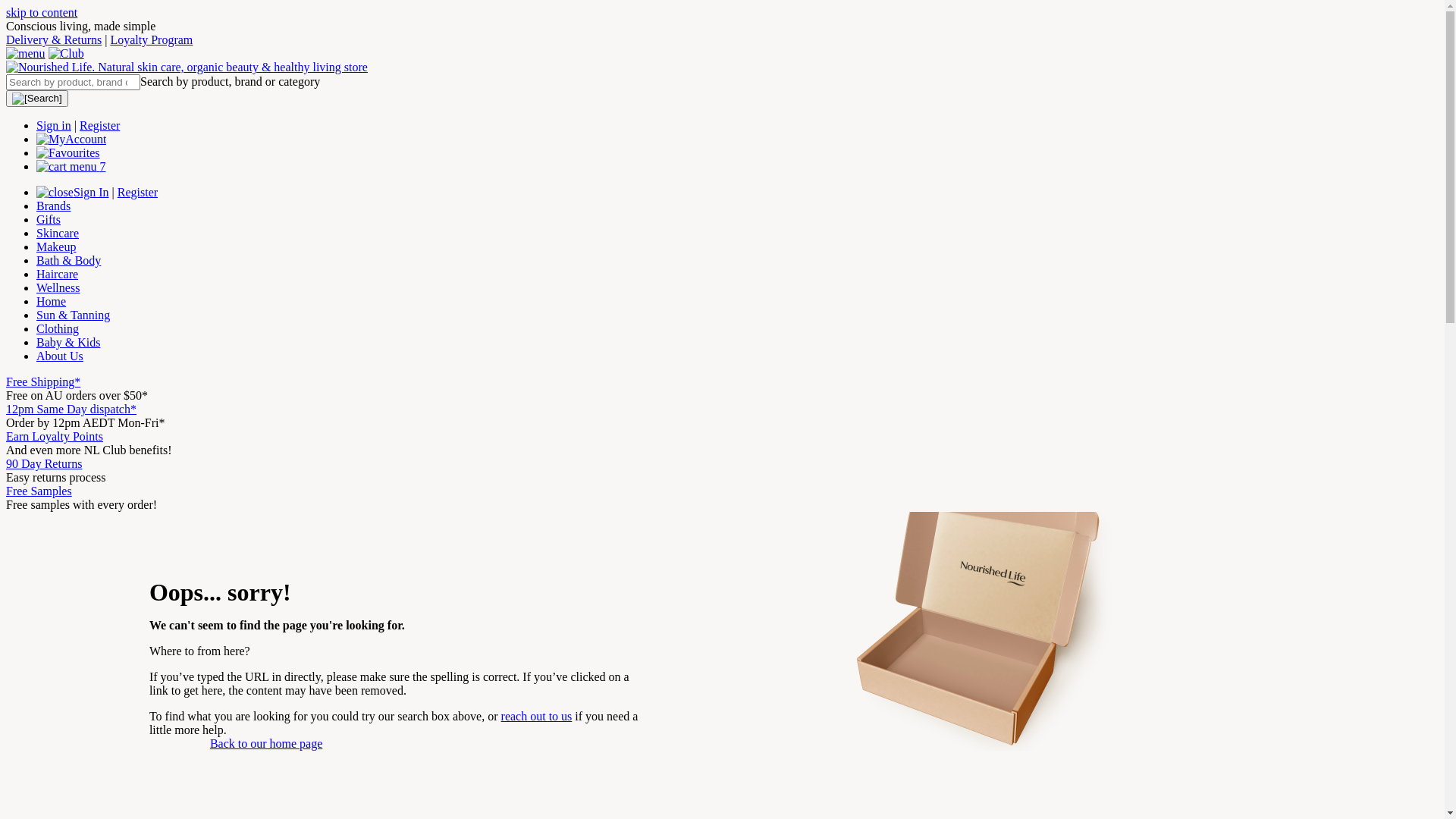 Image resolution: width=1456 pixels, height=819 pixels. I want to click on '12pm Same Day dispatch*', so click(71, 408).